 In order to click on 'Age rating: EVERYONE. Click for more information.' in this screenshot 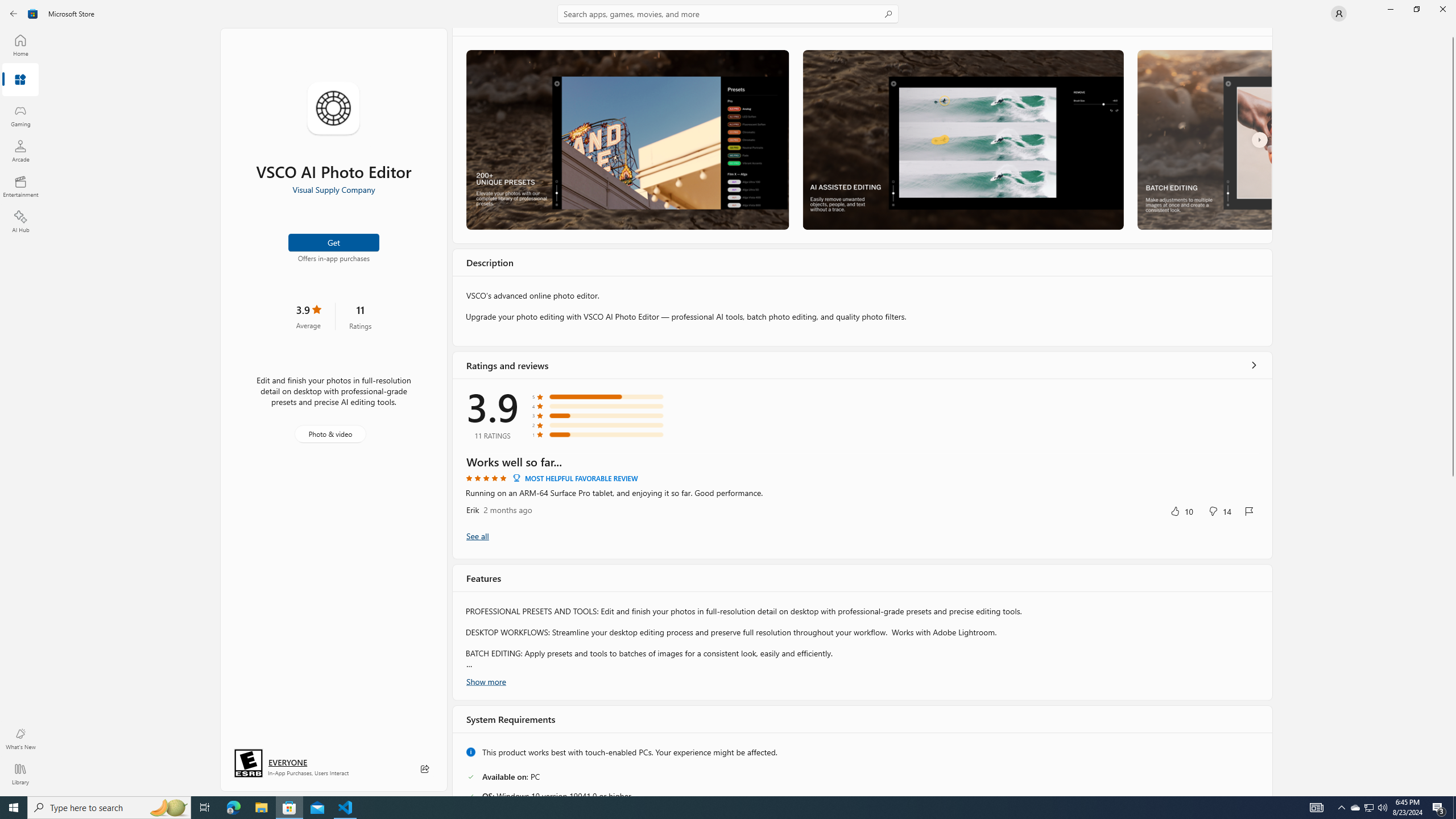, I will do `click(287, 762)`.